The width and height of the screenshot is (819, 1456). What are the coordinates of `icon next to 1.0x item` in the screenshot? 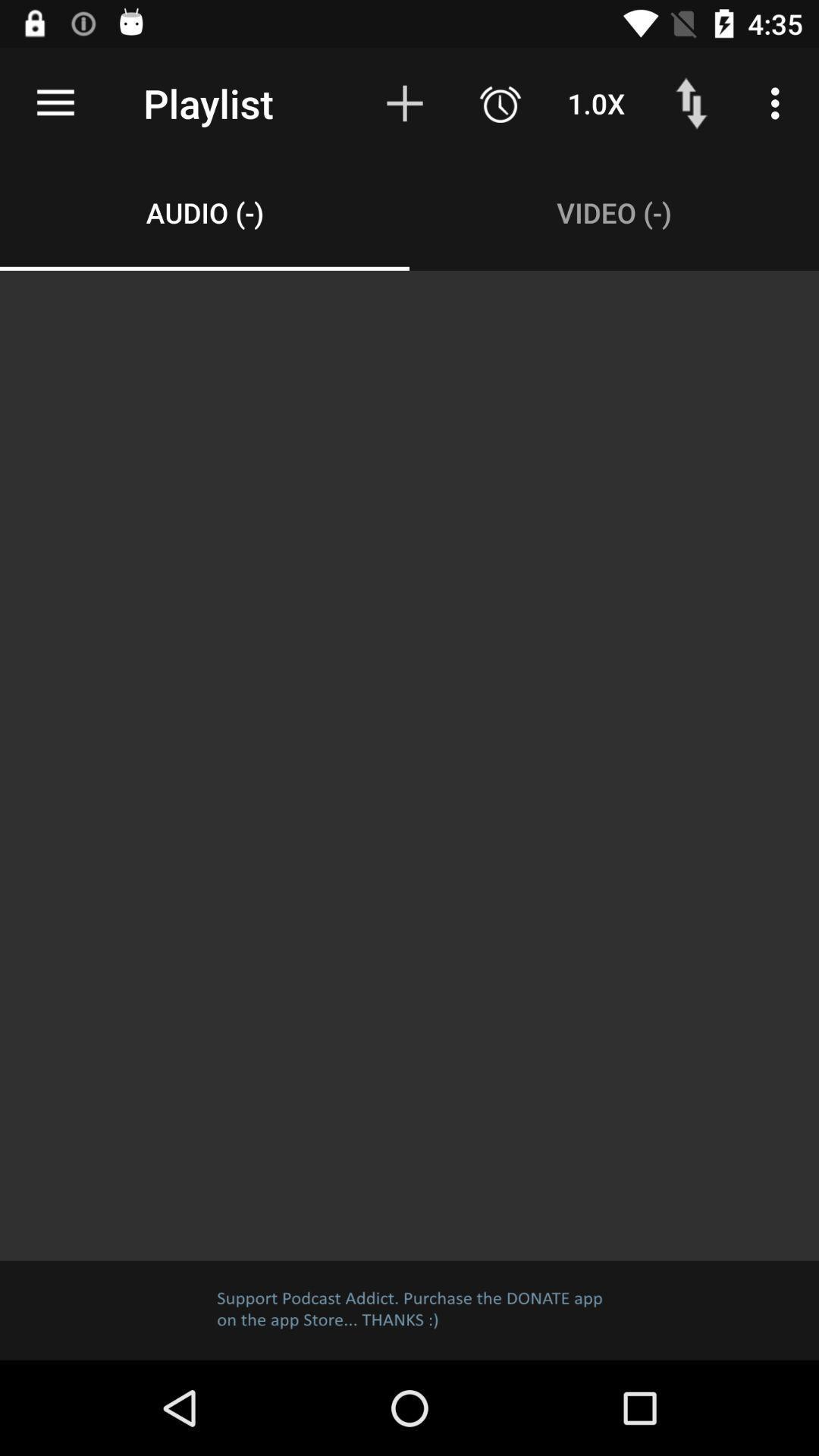 It's located at (500, 102).